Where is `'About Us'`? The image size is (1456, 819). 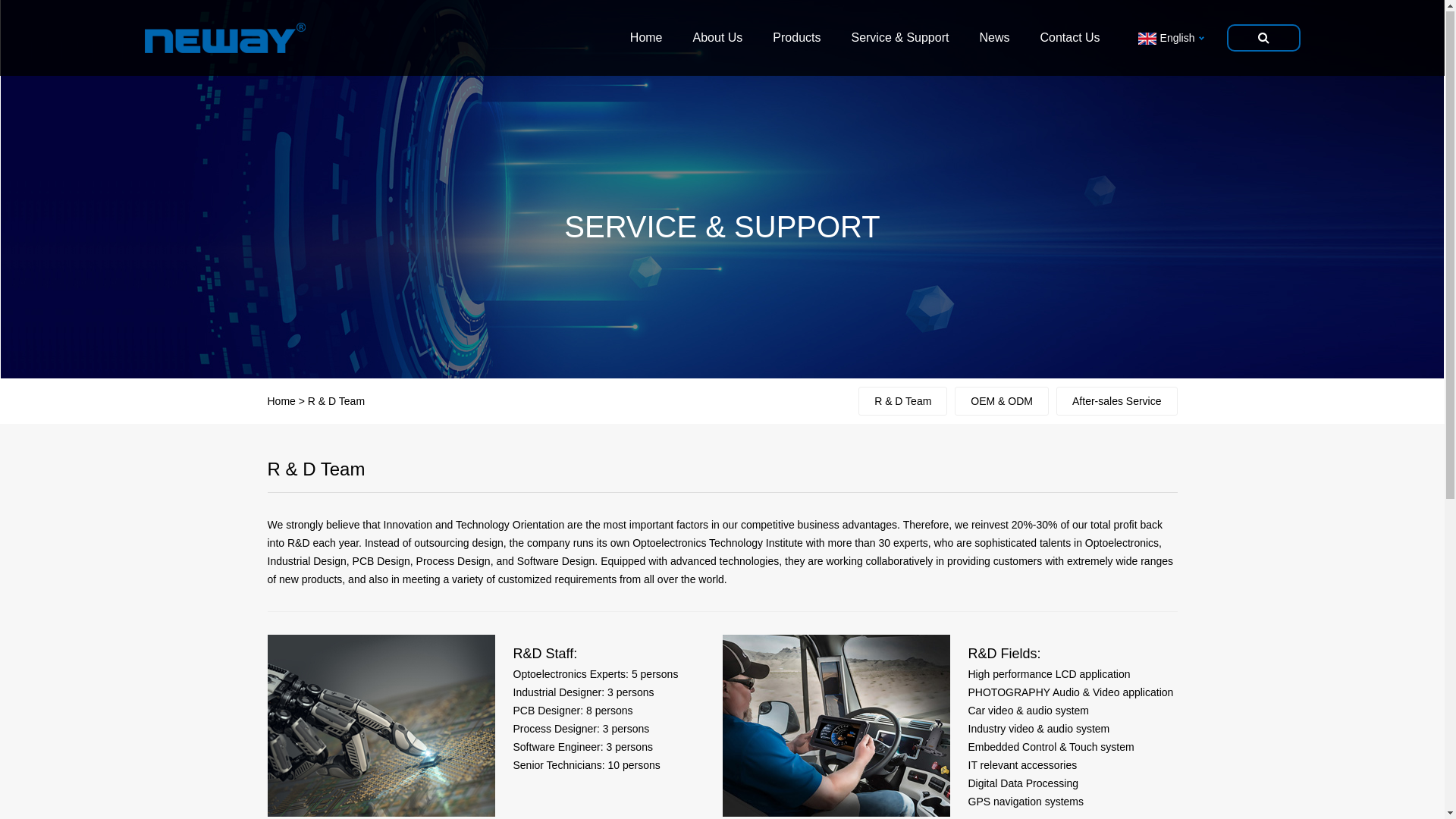 'About Us' is located at coordinates (676, 37).